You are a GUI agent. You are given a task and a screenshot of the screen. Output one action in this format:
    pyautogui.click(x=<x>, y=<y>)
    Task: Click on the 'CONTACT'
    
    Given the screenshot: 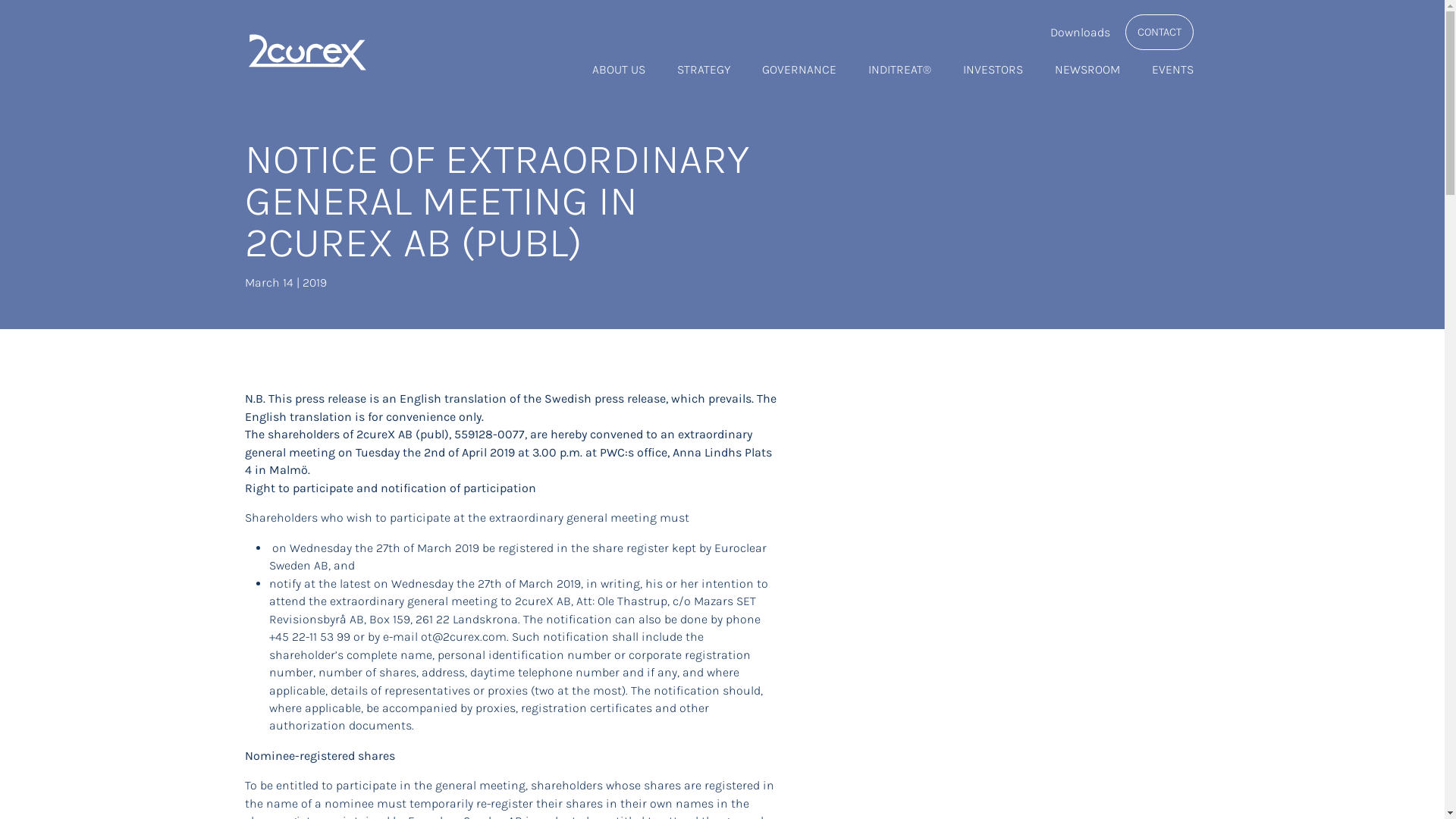 What is the action you would take?
    pyautogui.click(x=1159, y=32)
    